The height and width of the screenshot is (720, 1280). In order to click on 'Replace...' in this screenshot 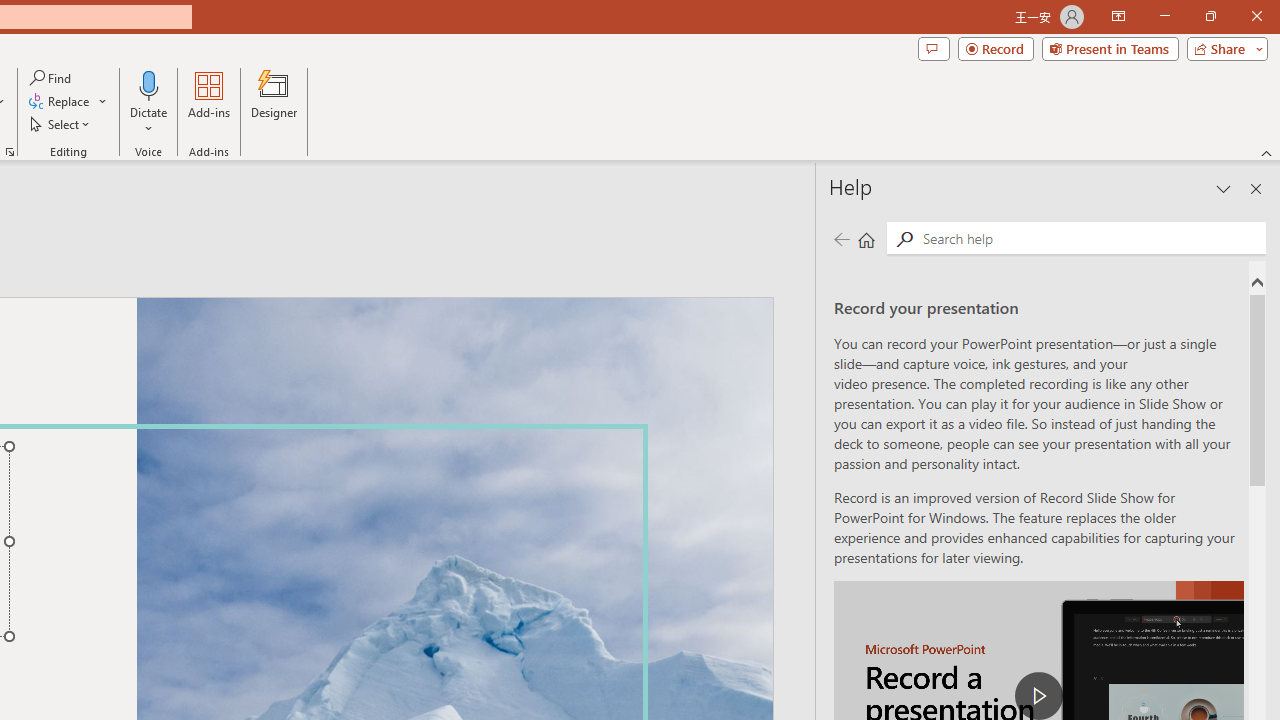, I will do `click(69, 101)`.